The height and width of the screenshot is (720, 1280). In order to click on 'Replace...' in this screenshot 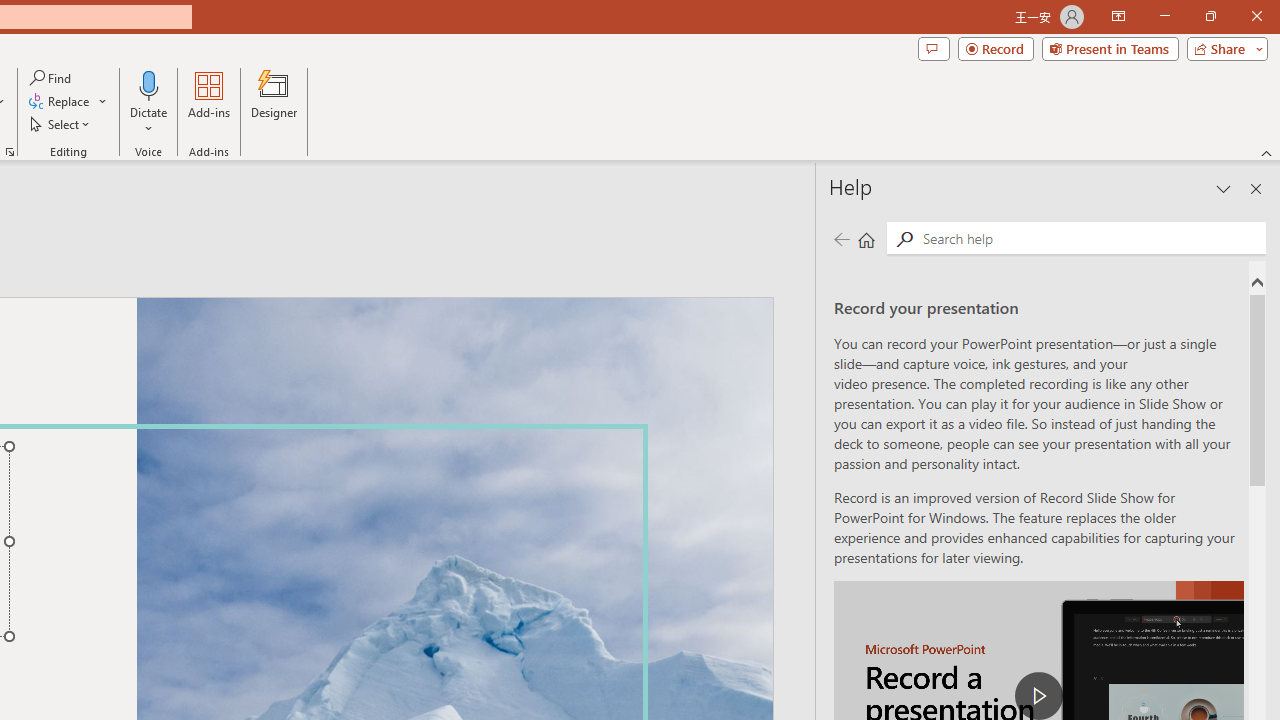, I will do `click(69, 101)`.